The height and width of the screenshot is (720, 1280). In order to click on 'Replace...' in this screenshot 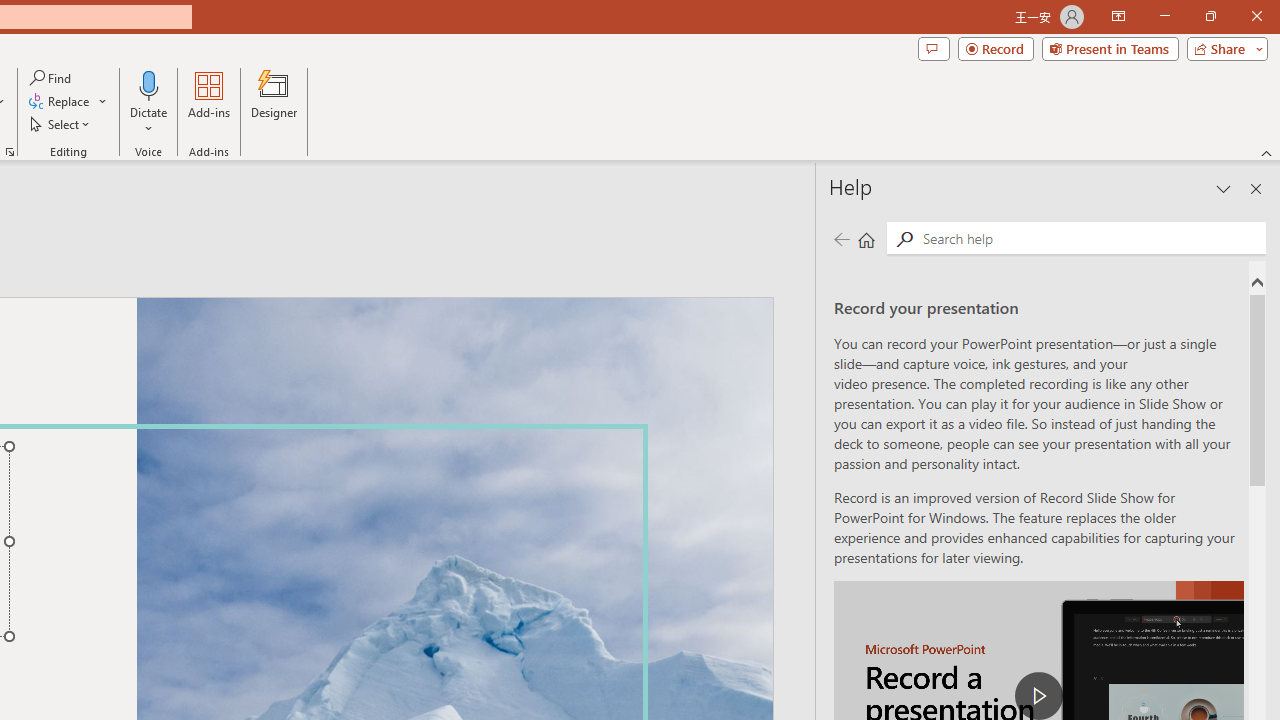, I will do `click(69, 101)`.